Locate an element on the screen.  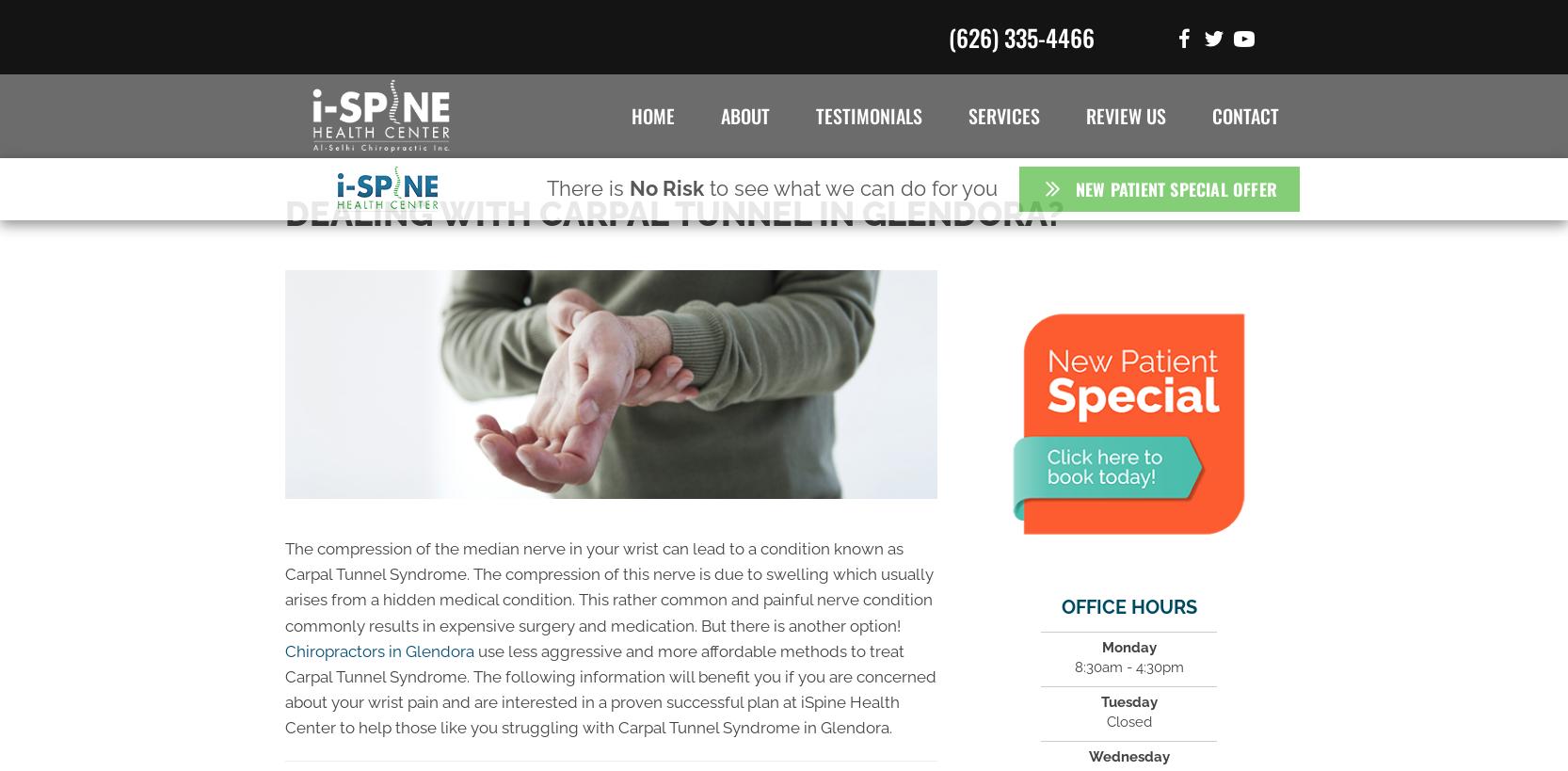
'Wednesday' is located at coordinates (1128, 756).